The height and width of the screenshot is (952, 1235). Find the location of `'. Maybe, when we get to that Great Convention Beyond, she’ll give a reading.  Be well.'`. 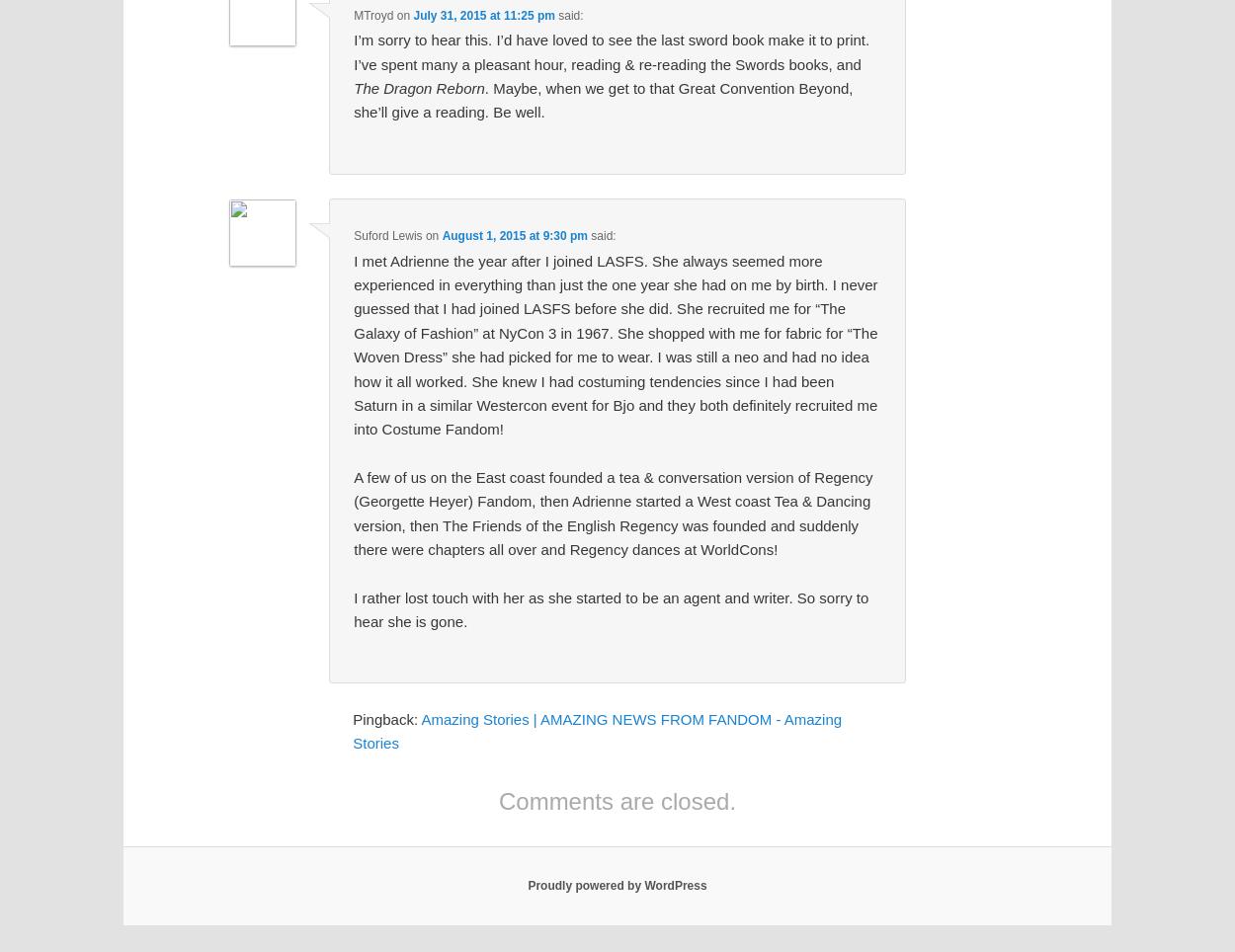

'. Maybe, when we get to that Great Convention Beyond, she’ll give a reading.  Be well.' is located at coordinates (602, 99).